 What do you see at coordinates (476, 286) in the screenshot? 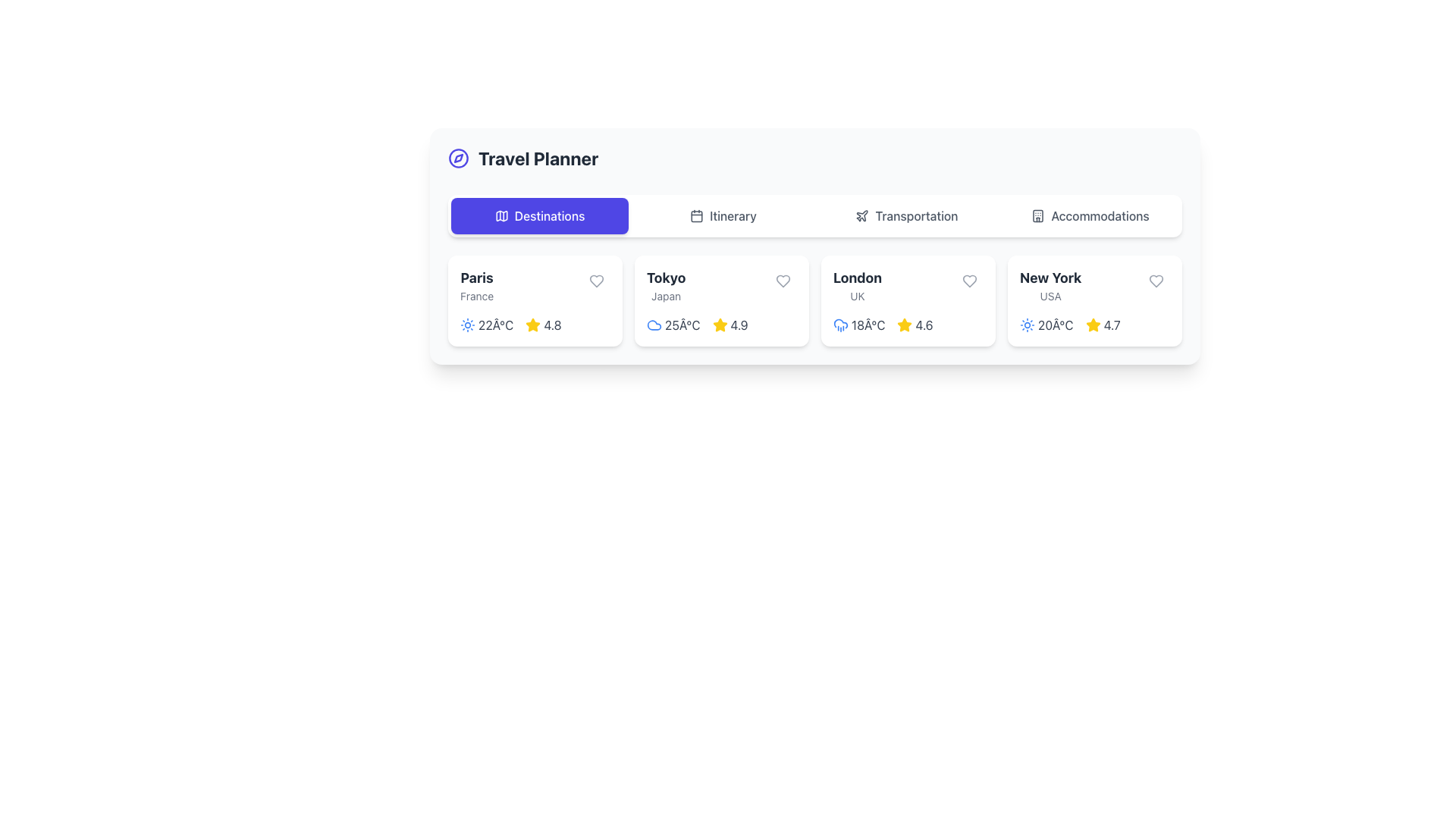
I see `the Text Label that displays the name of a destination, positioned at the top-left corner of its group within a form` at bounding box center [476, 286].